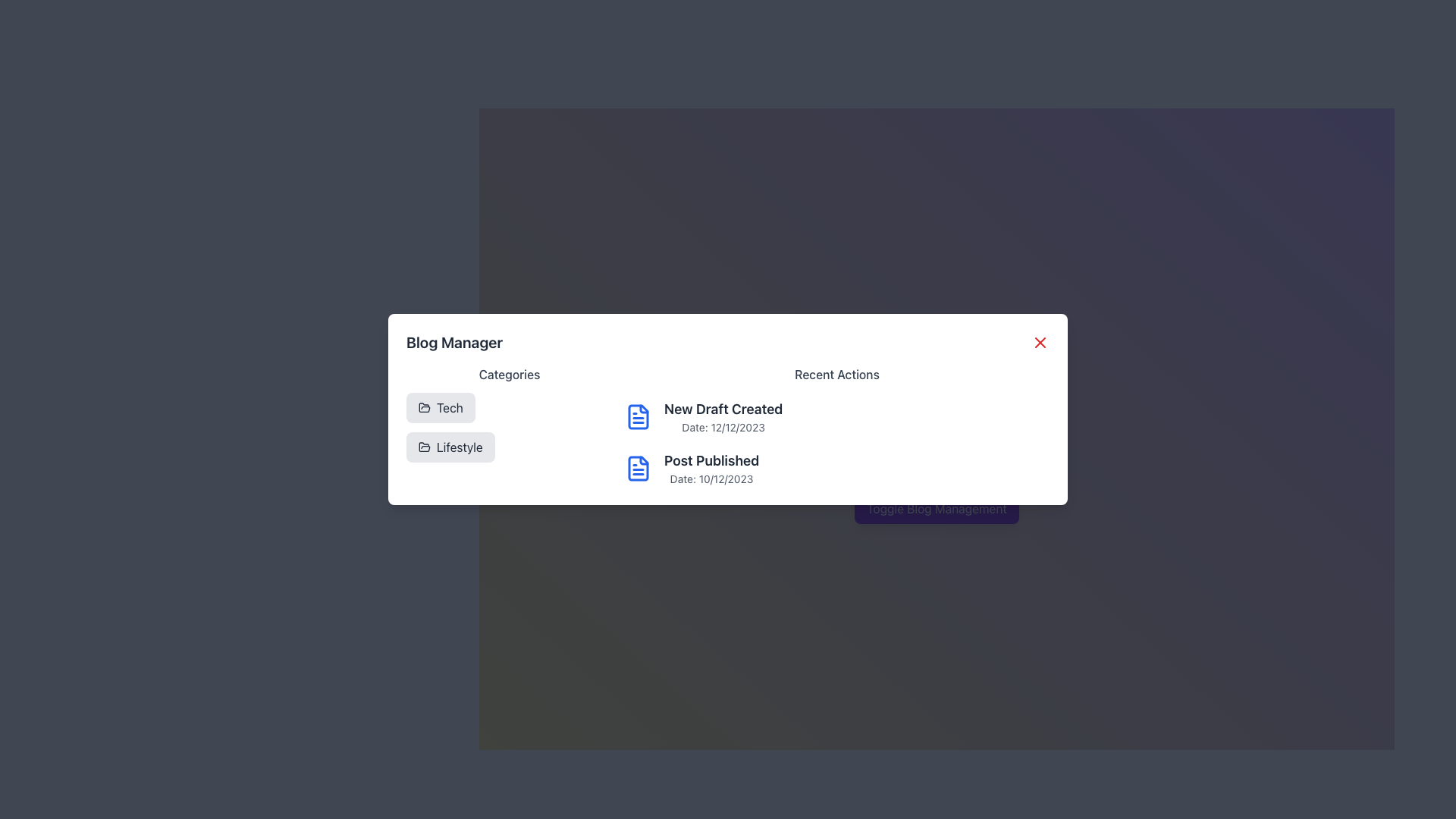 This screenshot has height=819, width=1456. Describe the element at coordinates (425, 446) in the screenshot. I see `the open-folder icon located under the 'Categories' section, to the left of the 'Tech' label in the 'Blog Manager' modal interface` at that location.